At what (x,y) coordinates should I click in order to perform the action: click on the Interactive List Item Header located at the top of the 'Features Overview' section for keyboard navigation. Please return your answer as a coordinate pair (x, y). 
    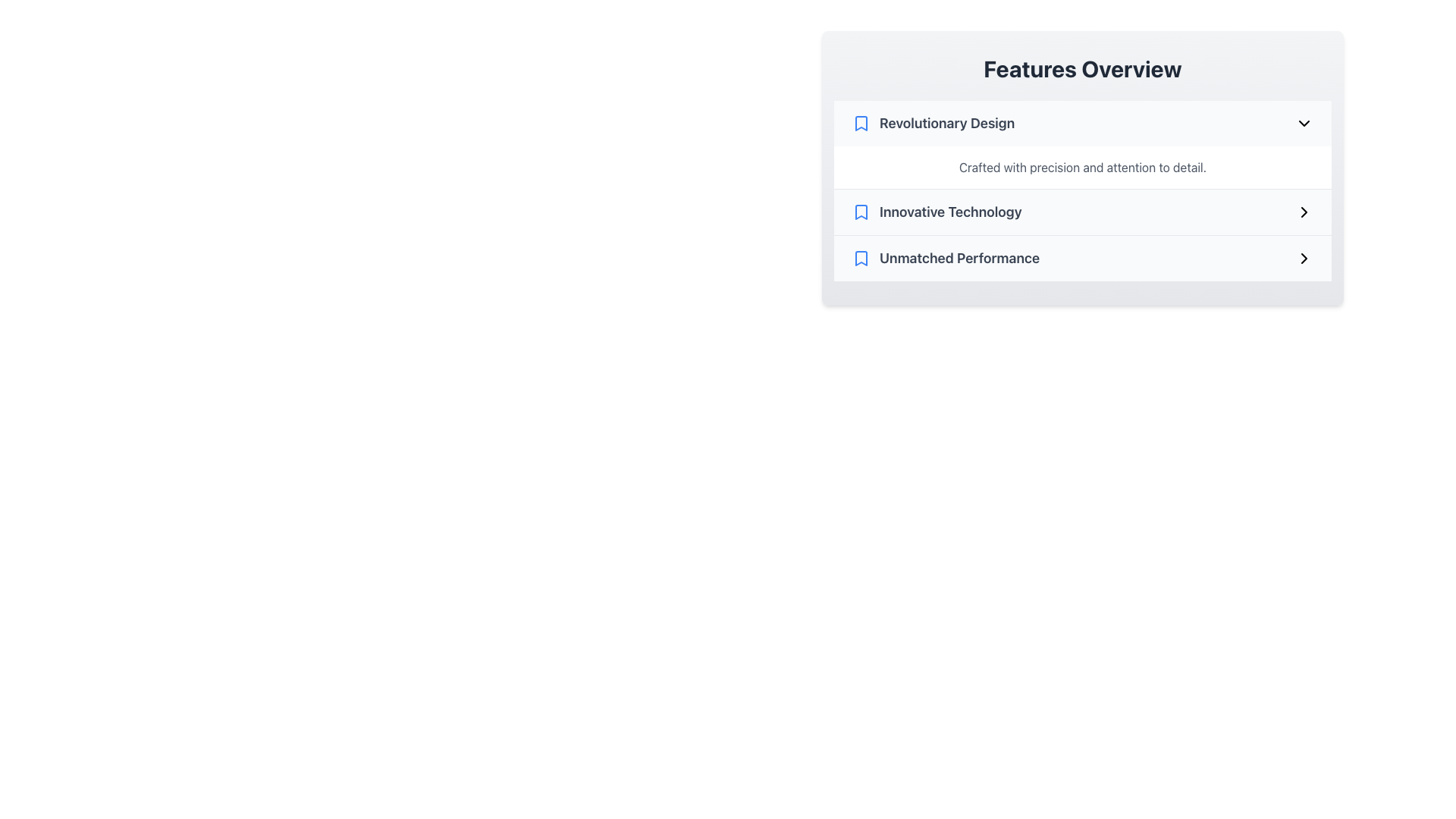
    Looking at the image, I should click on (1082, 122).